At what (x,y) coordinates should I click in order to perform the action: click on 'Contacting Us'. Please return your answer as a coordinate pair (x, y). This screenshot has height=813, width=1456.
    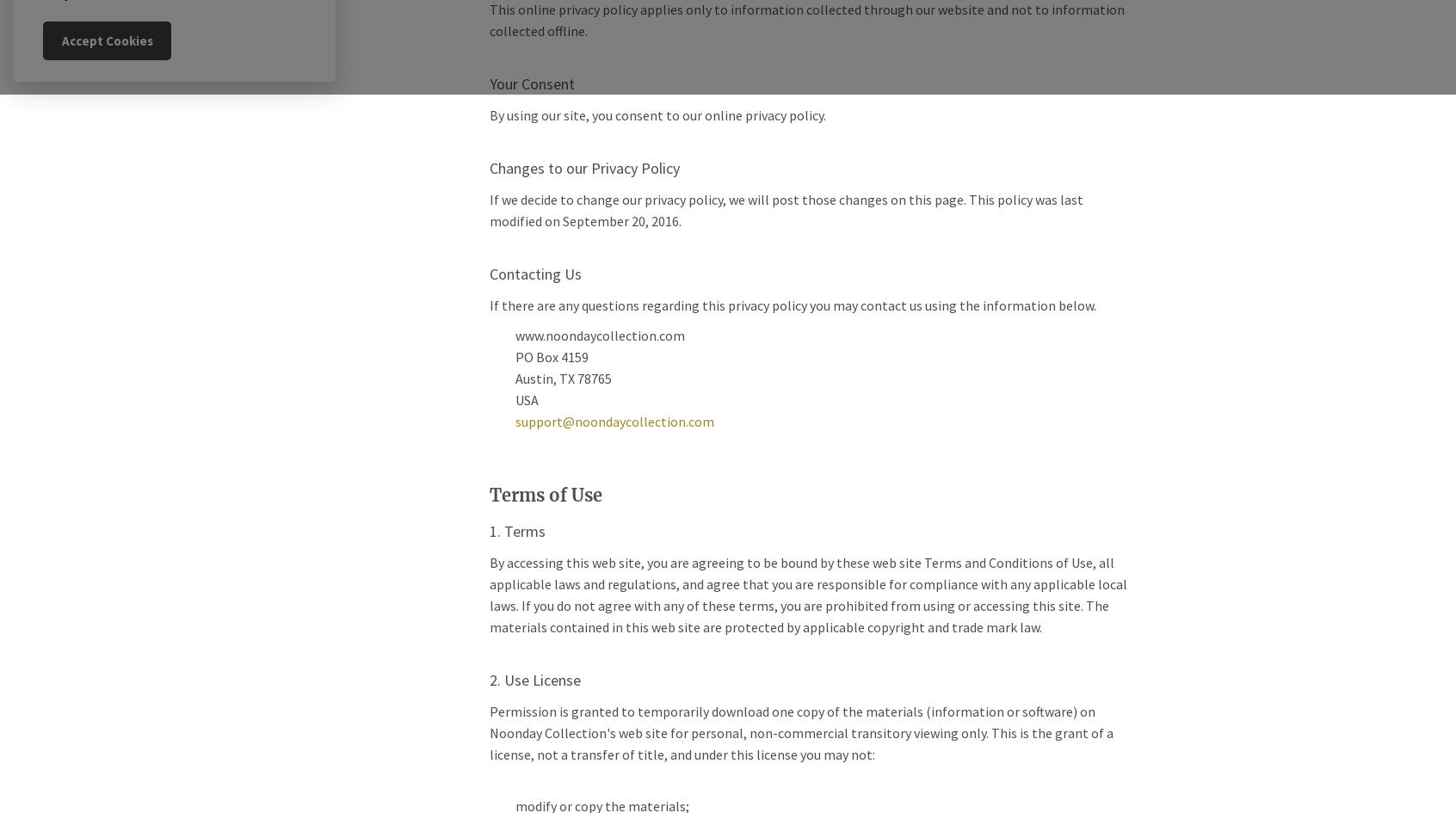
    Looking at the image, I should click on (534, 274).